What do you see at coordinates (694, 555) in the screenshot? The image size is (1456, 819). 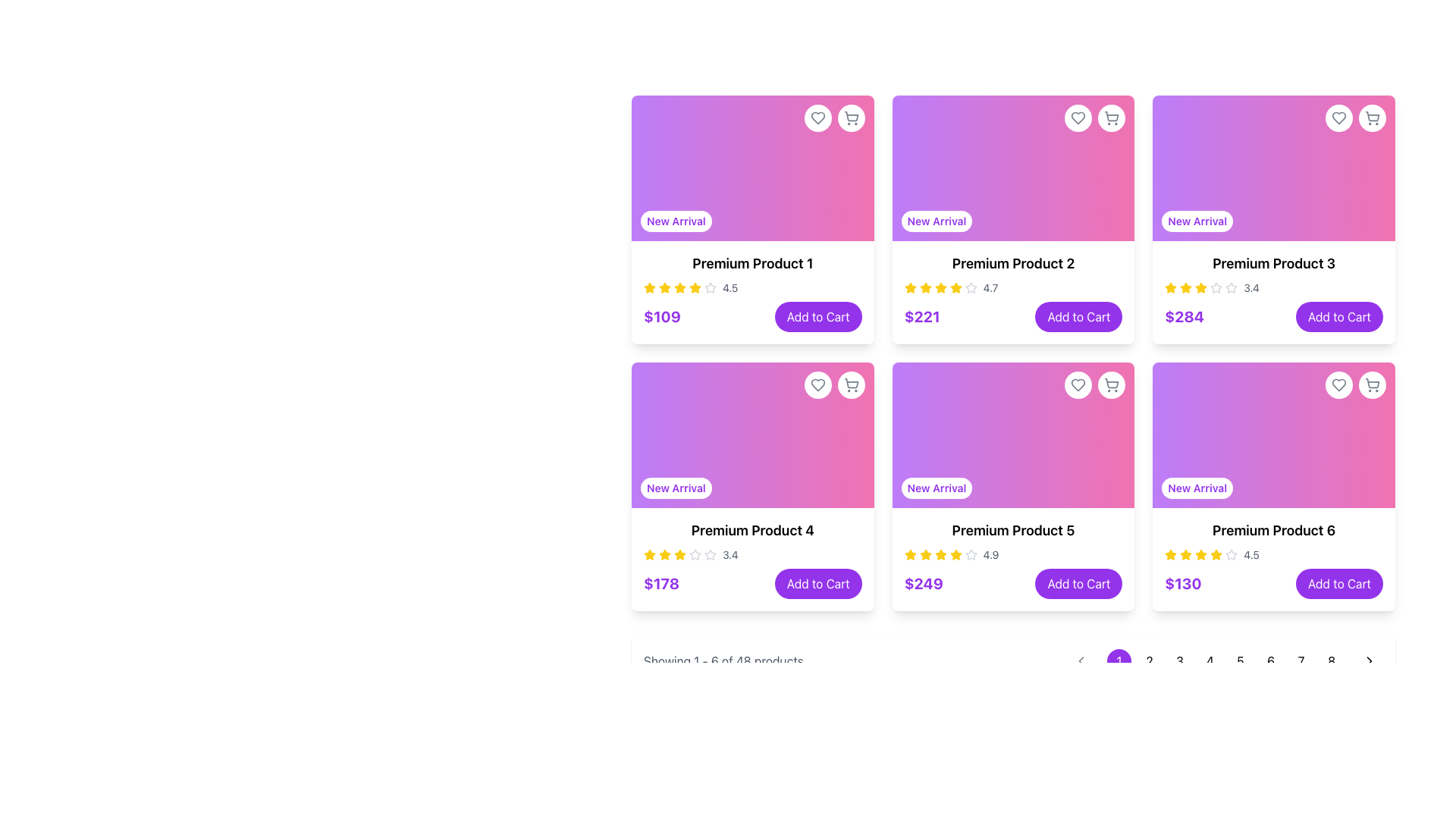 I see `the fifth star-shaped icon with a gray fill in the 'Premium Product 4' card, which represents an inactive state in the rating system` at bounding box center [694, 555].